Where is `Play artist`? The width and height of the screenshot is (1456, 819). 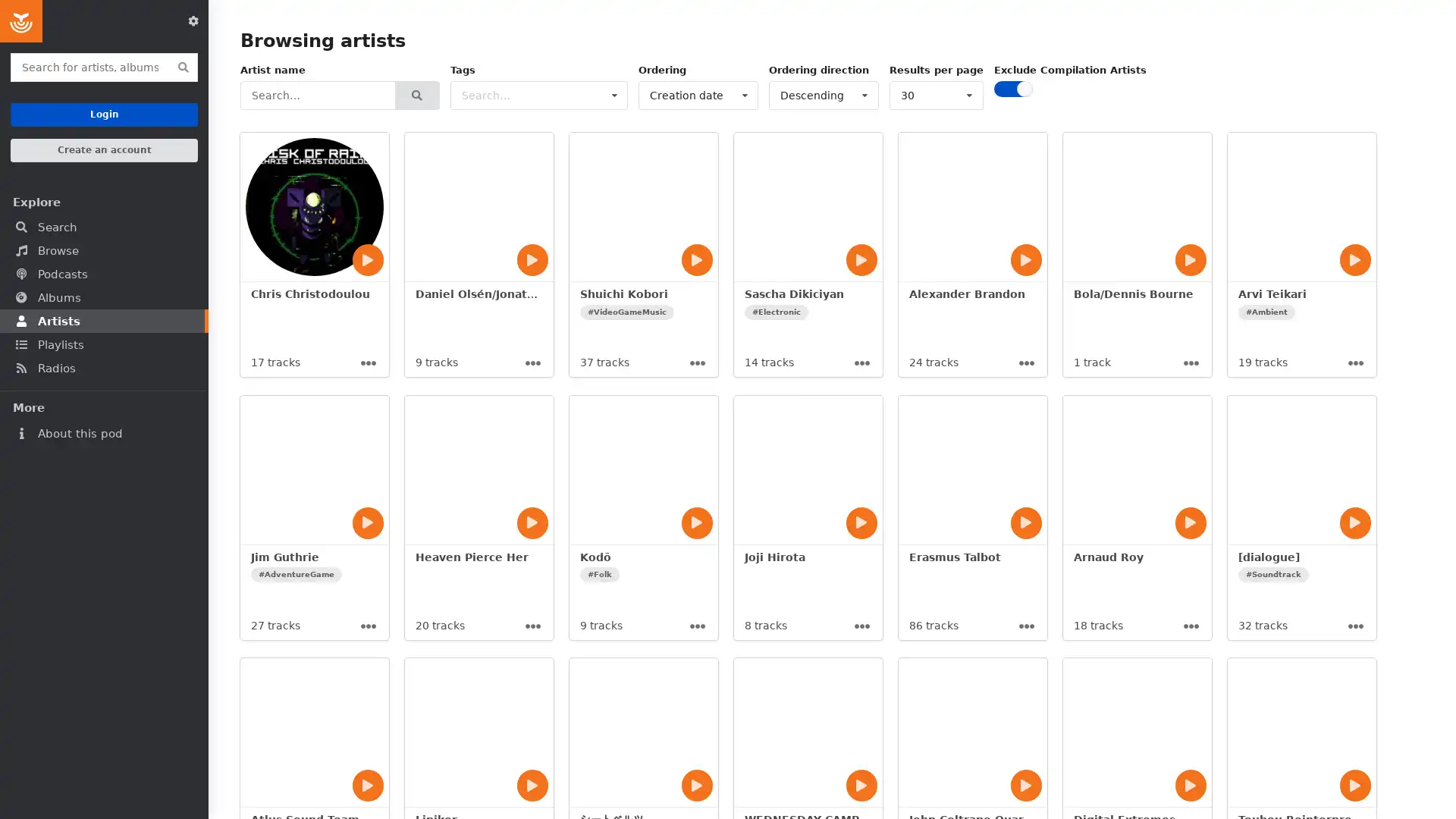 Play artist is located at coordinates (1026, 785).